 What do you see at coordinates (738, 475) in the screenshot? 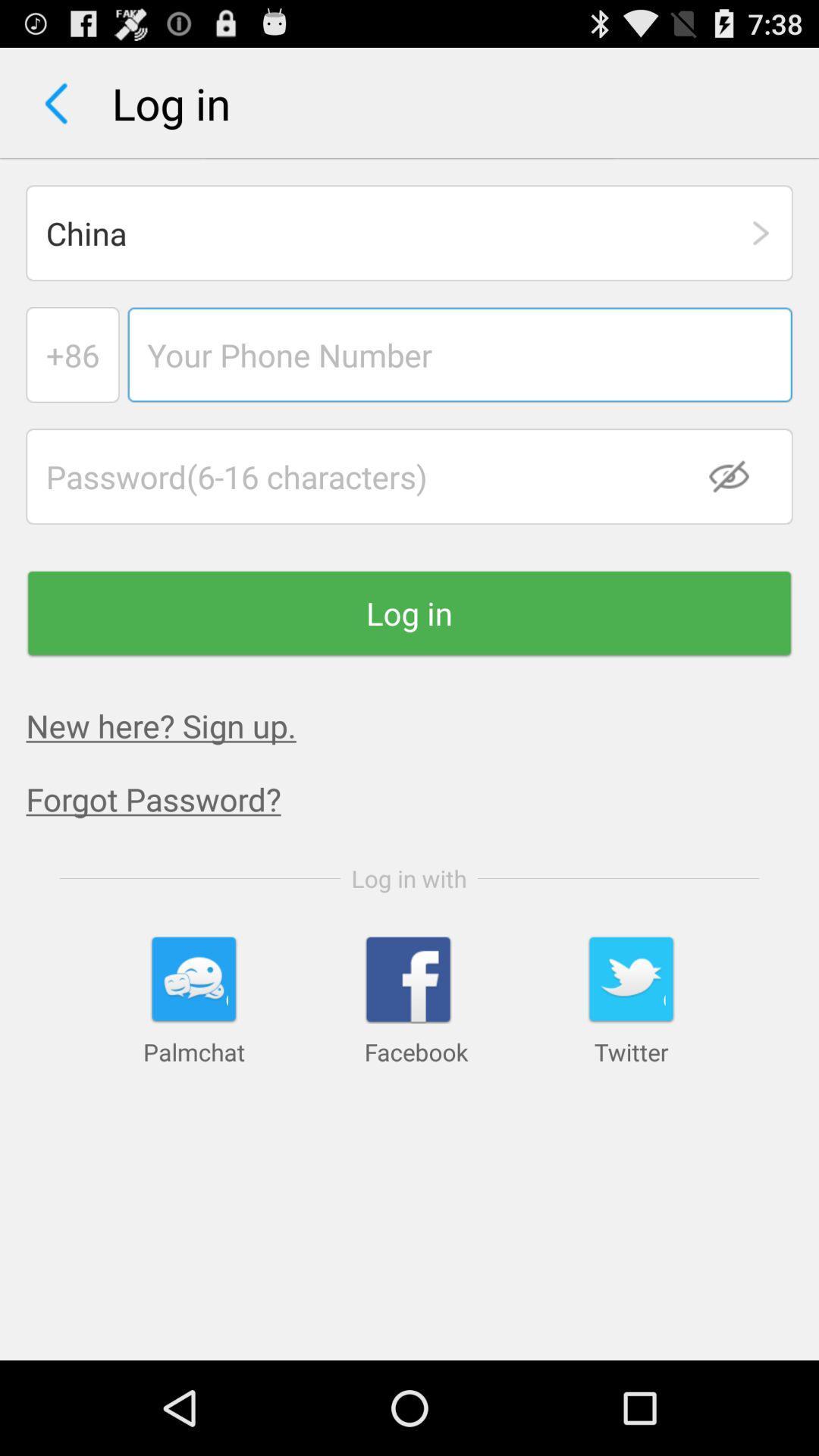
I see `the icon above the log in icon` at bounding box center [738, 475].